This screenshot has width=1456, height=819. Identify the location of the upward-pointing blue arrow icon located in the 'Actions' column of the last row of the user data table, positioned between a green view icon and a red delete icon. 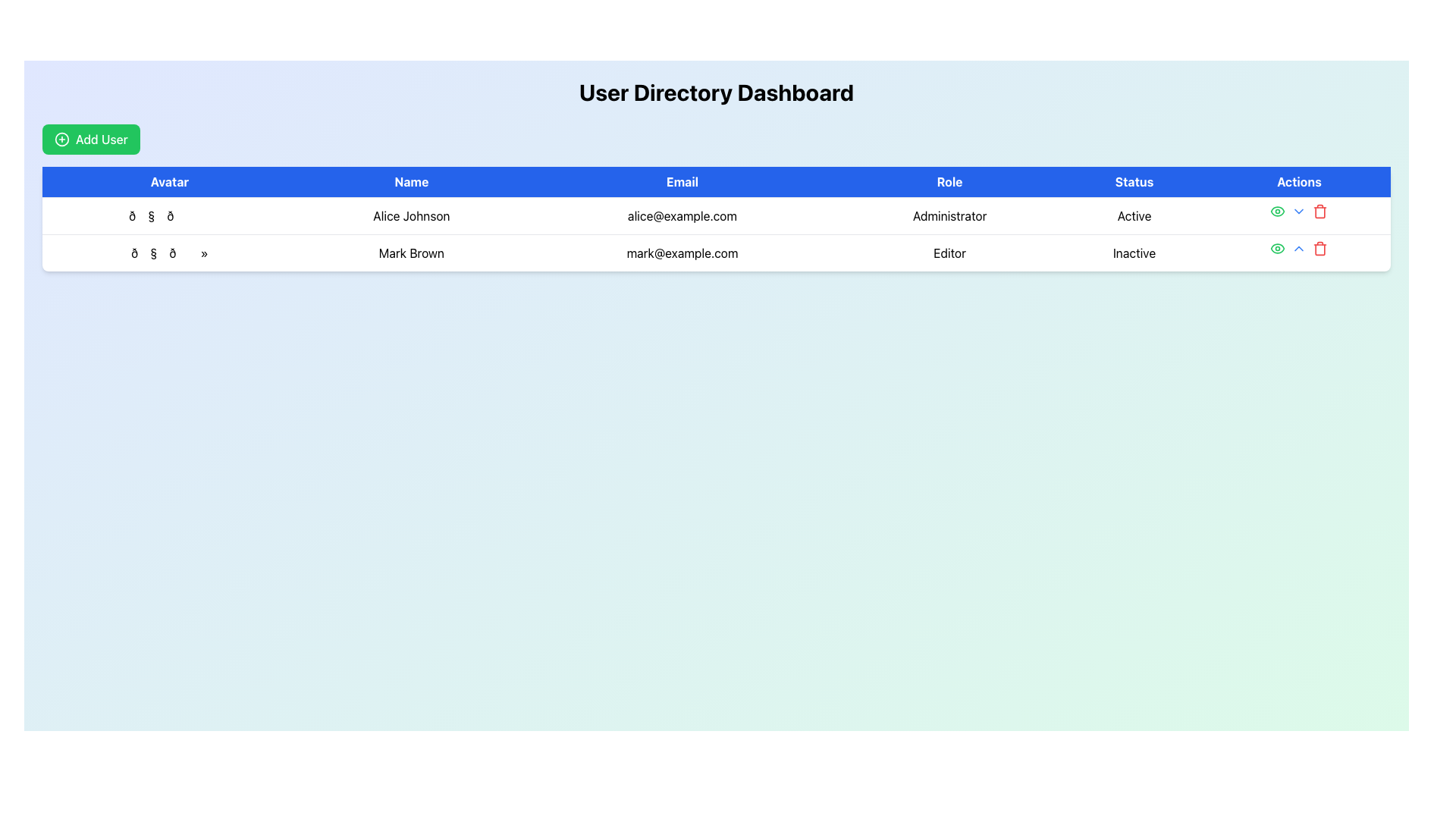
(1298, 247).